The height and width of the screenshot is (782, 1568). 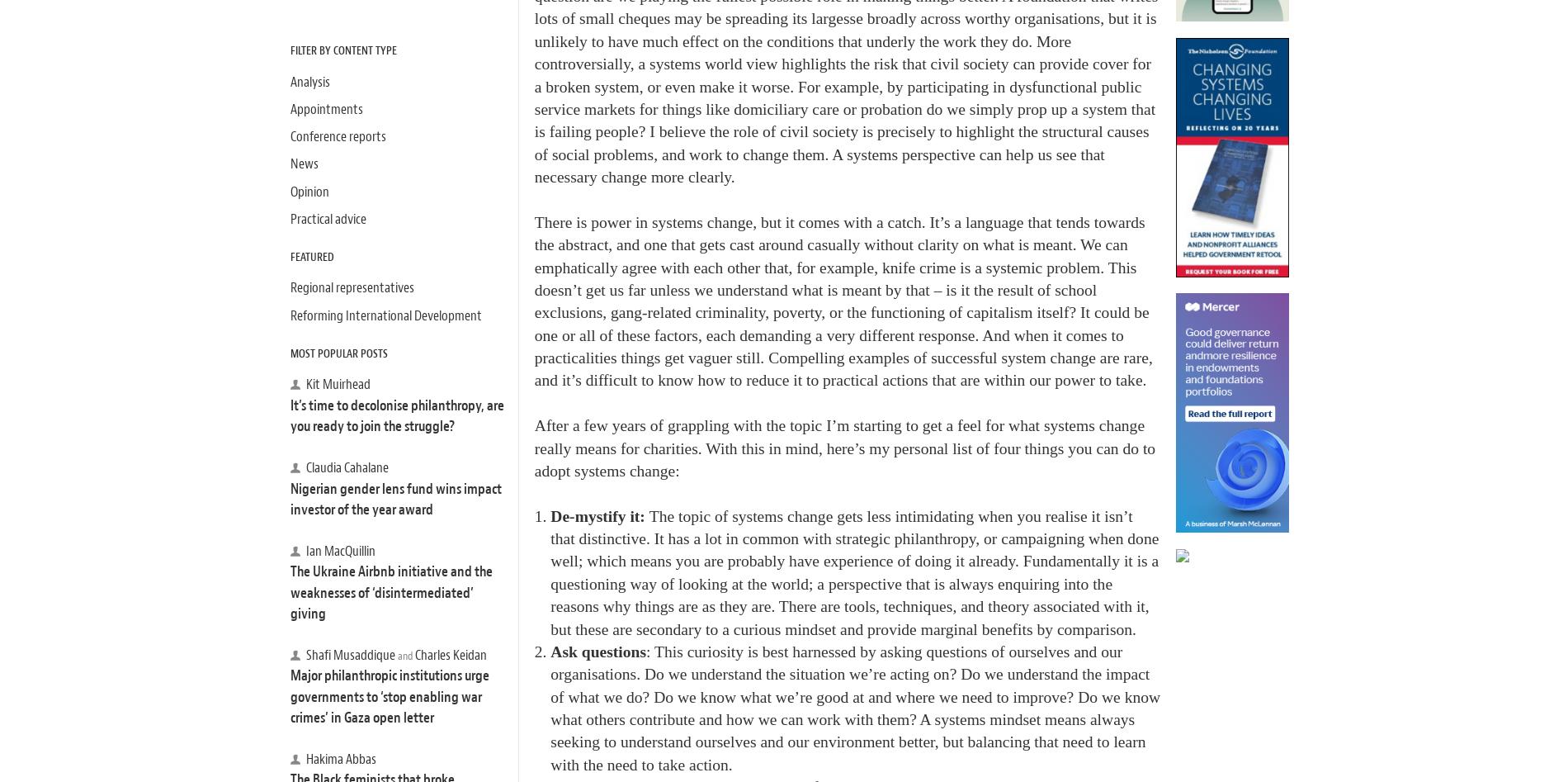 I want to click on 'The topic of systems change gets less intimidating when you realise it isn’t that distinctive. It has a lot in common with strategic philanthropy, or campaigning when done well; which means you are probably have experience of doing it already. Fundamentally it is a questioning way of looking at the world; a perspective that is always enquiring into the reasons why things are as they are. There are tools, techniques, and theory associated with it, but these are secondary to a curious mindset and provide marginal benefits by comparison.', so click(x=854, y=571).